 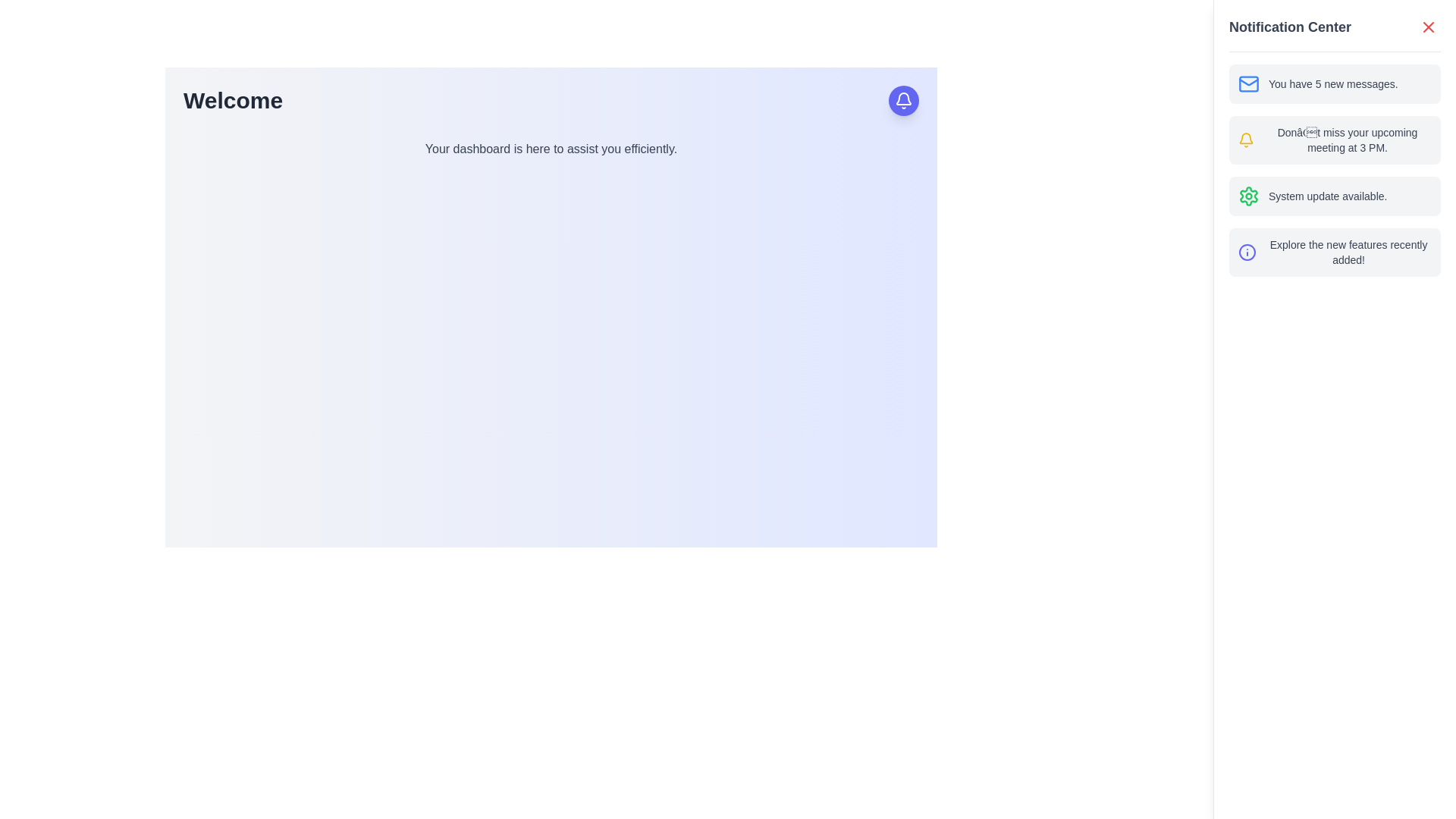 I want to click on the circular information icon with a blue outline located in the Notification Center, so click(x=1247, y=251).